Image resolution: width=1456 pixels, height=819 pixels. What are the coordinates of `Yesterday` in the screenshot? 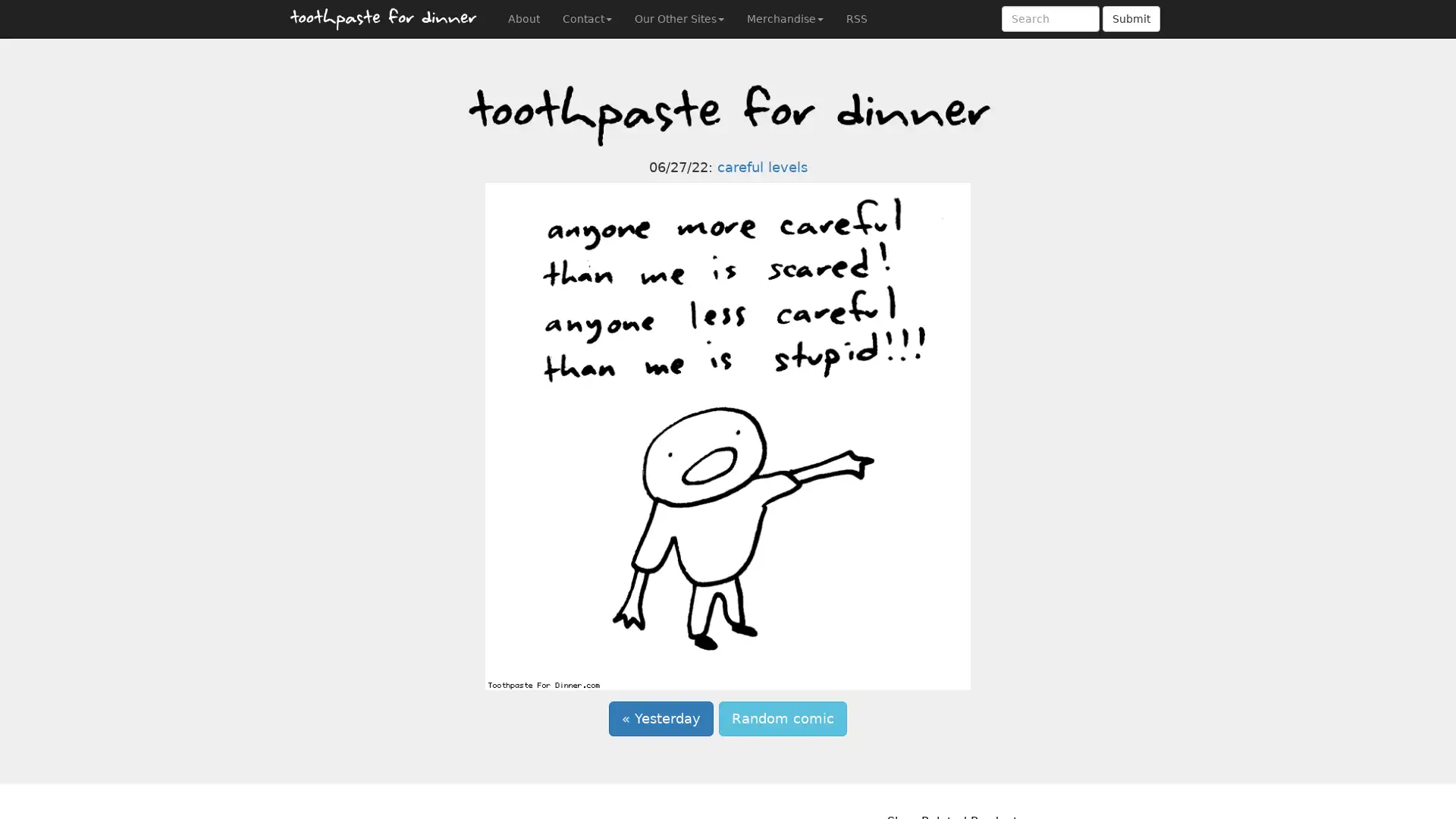 It's located at (661, 718).